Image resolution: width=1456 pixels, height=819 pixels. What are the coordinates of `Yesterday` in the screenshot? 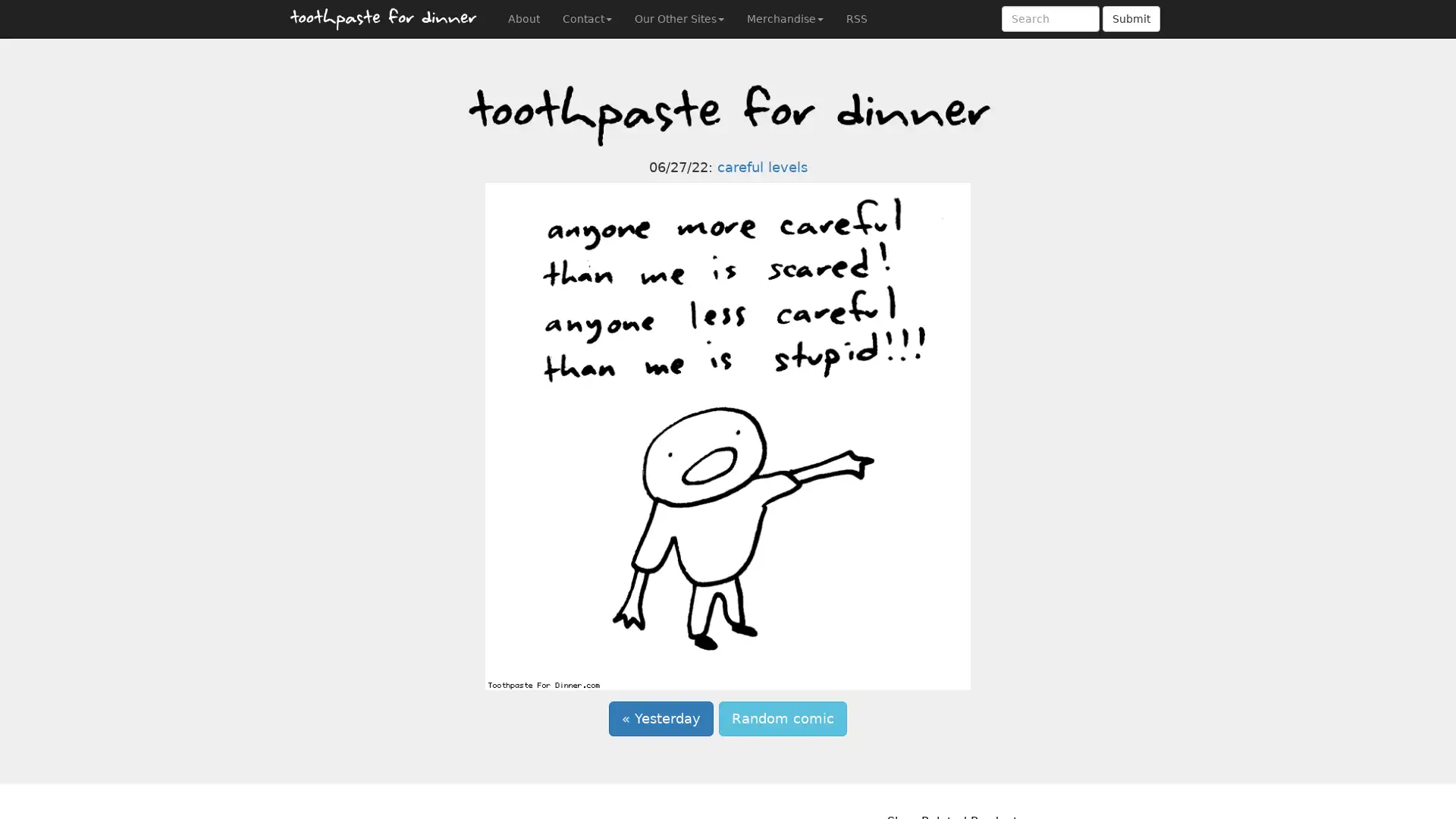 It's located at (661, 718).